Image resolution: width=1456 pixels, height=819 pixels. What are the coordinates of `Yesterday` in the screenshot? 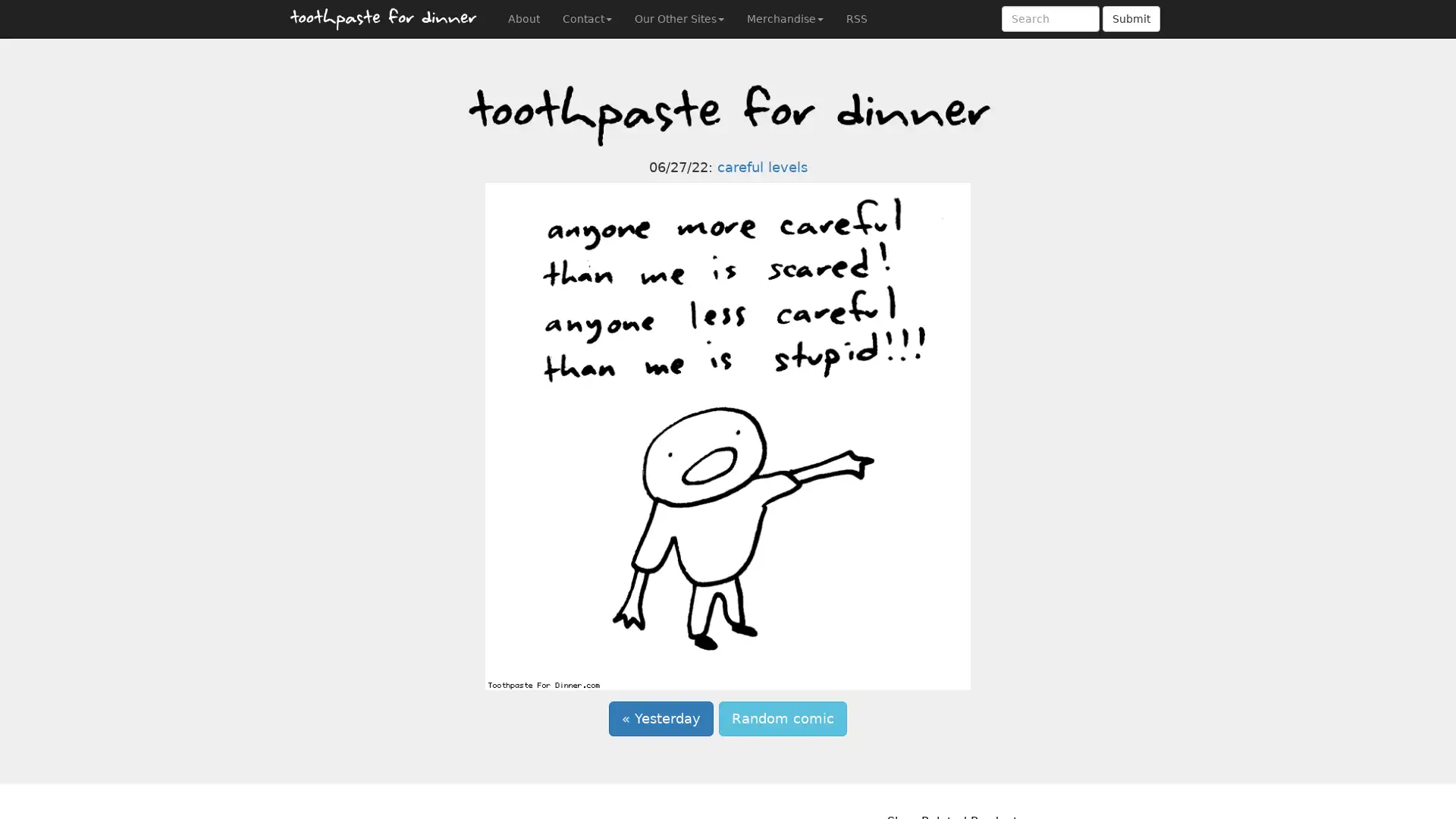 It's located at (661, 718).